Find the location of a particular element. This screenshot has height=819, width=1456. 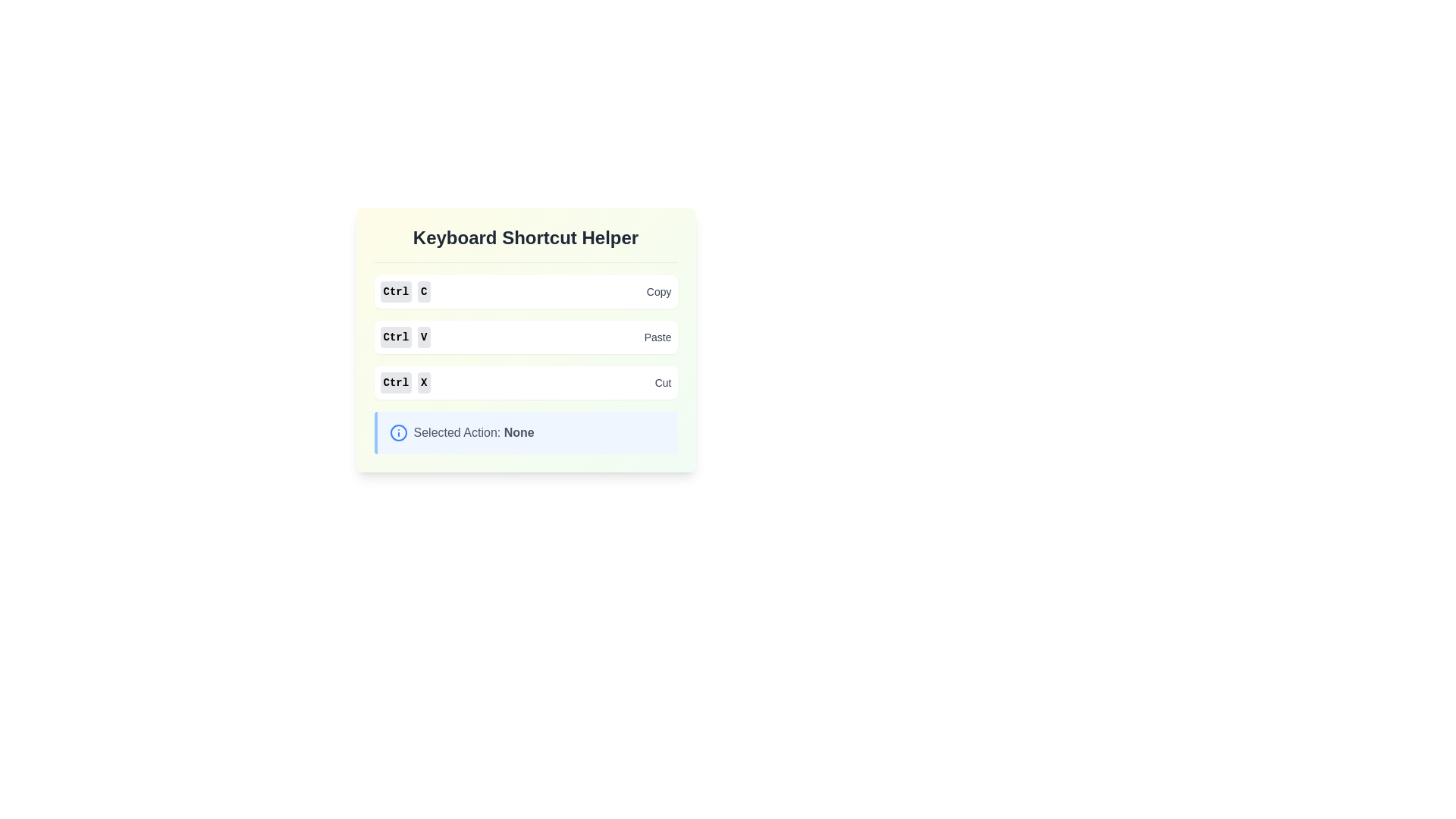

the Informational Panel, which features a gradient yellow-green background and lists keyboard shortcuts and their actions is located at coordinates (526, 339).